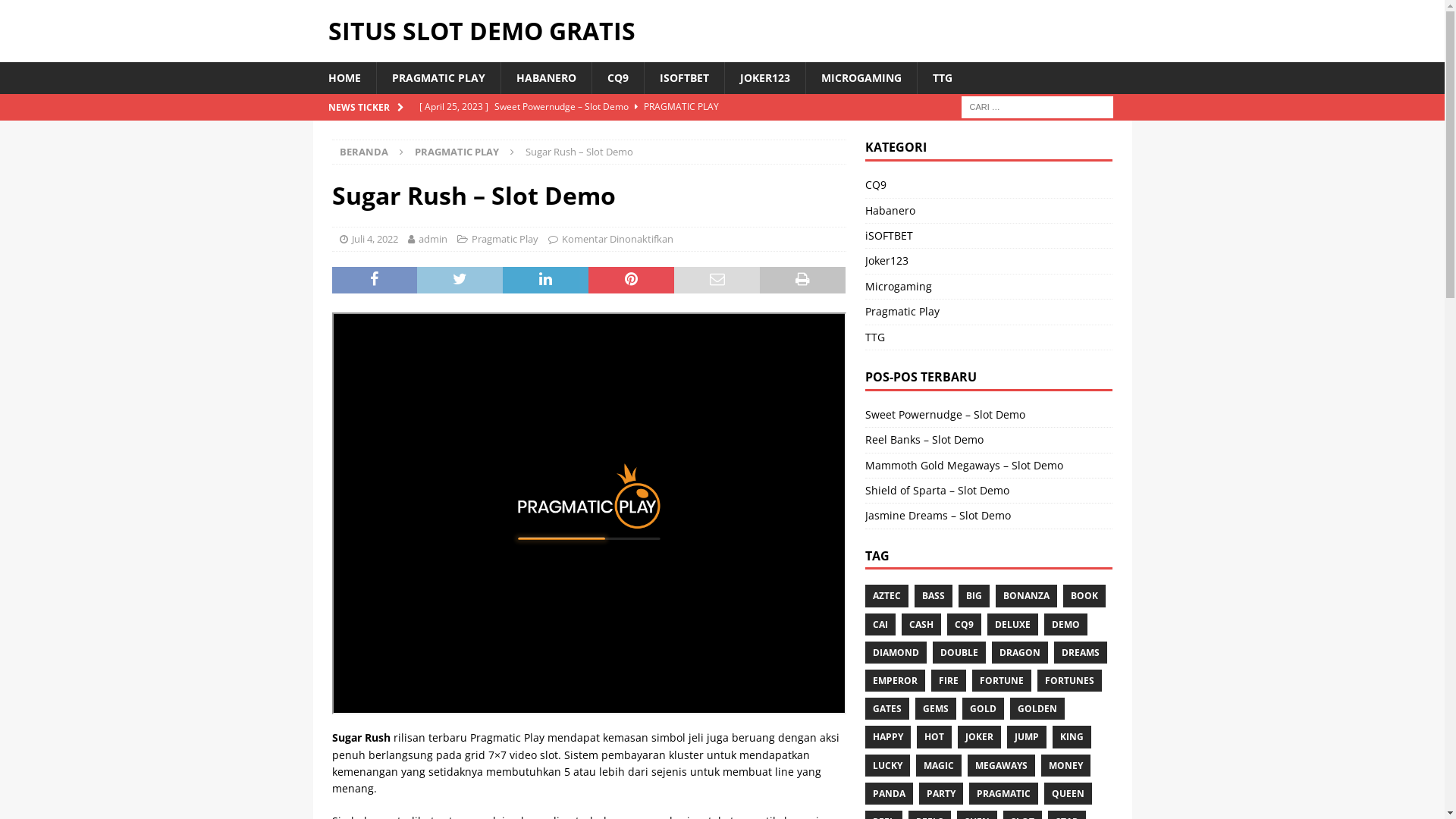 The width and height of the screenshot is (1456, 819). What do you see at coordinates (889, 792) in the screenshot?
I see `'PANDA'` at bounding box center [889, 792].